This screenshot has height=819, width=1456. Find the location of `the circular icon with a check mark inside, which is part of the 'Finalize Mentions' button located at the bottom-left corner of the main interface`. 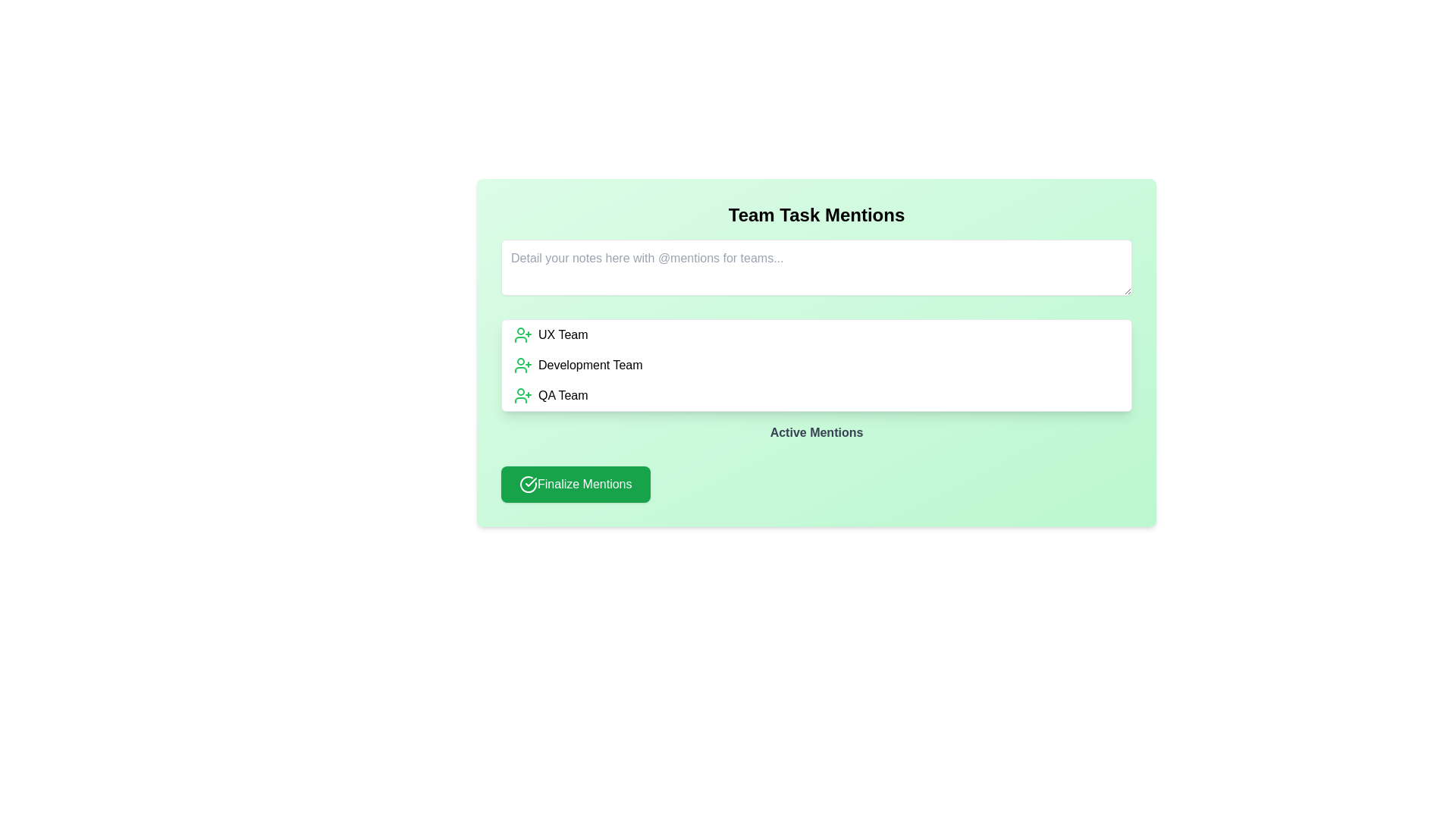

the circular icon with a check mark inside, which is part of the 'Finalize Mentions' button located at the bottom-left corner of the main interface is located at coordinates (528, 485).